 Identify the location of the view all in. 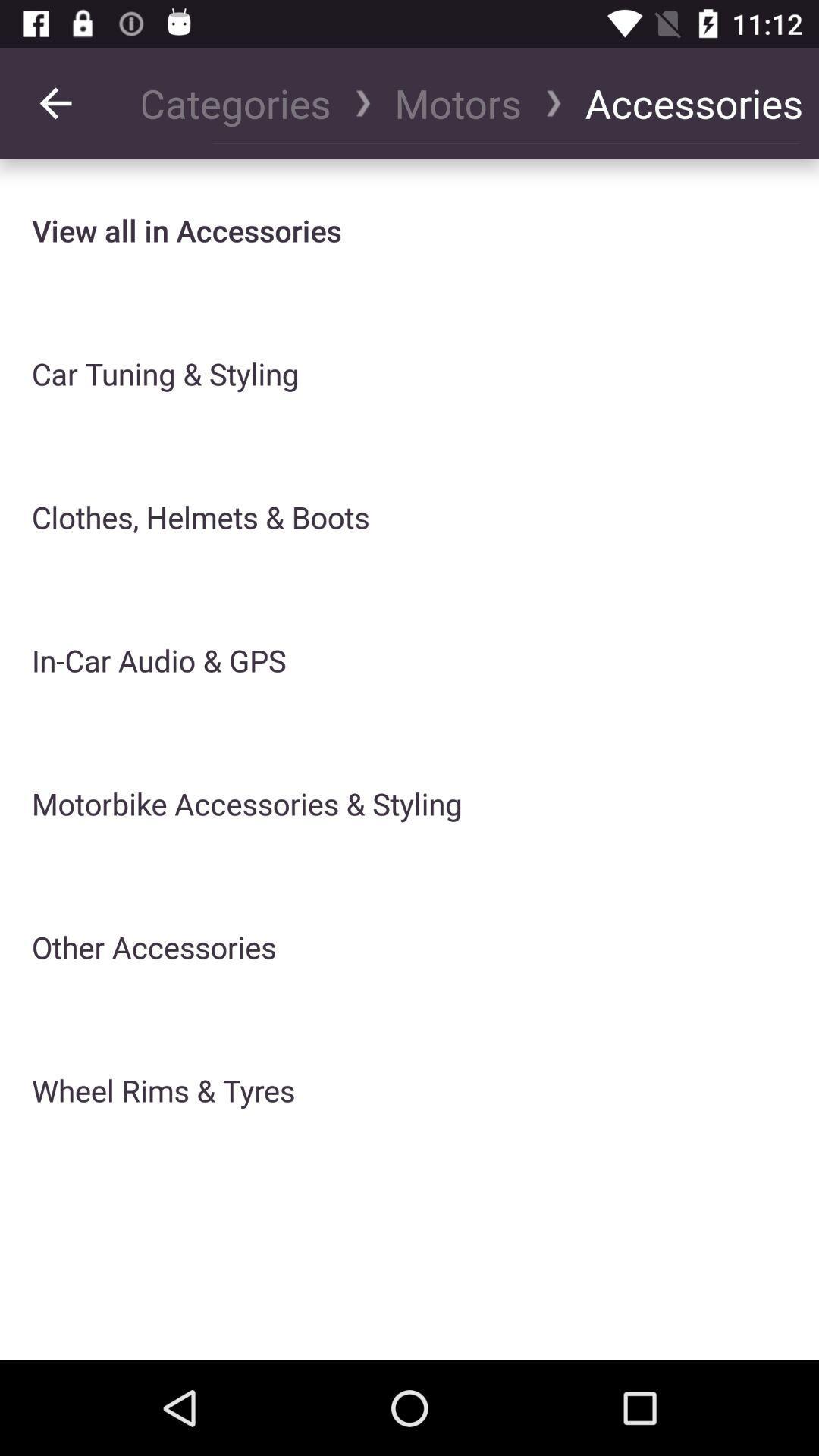
(186, 230).